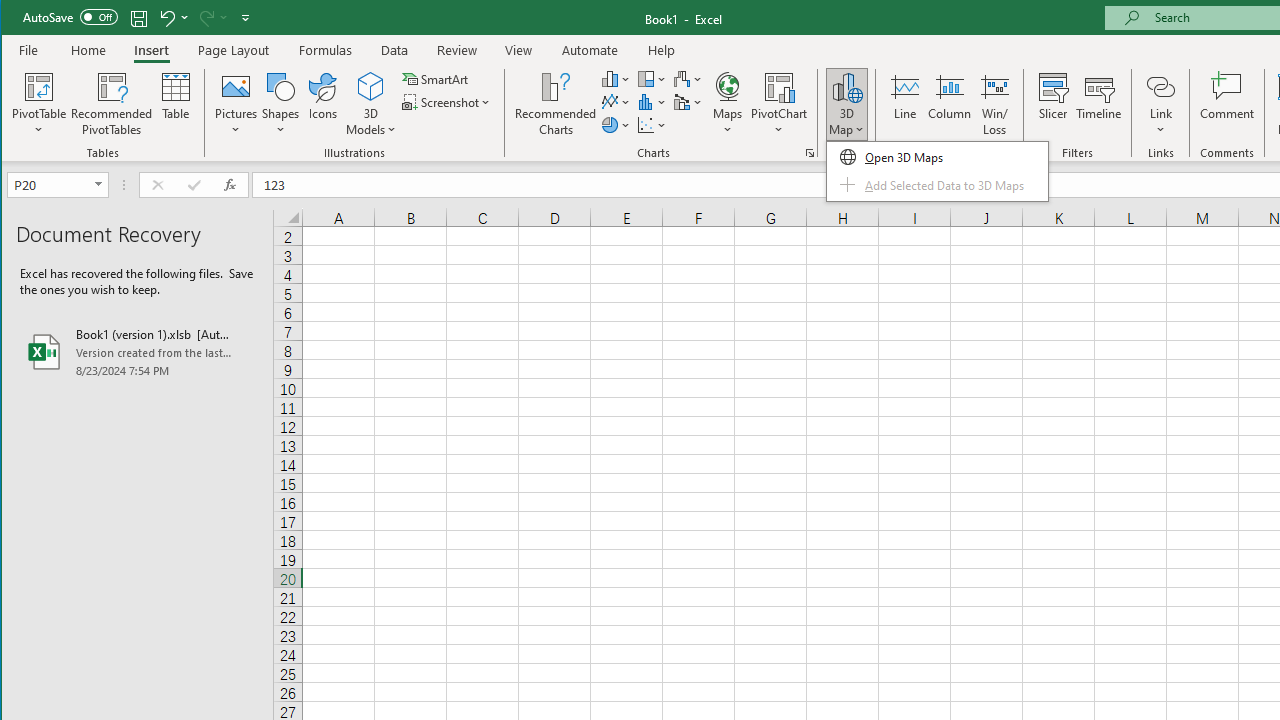 This screenshot has width=1280, height=720. Describe the element at coordinates (436, 78) in the screenshot. I see `'SmartArt...'` at that location.